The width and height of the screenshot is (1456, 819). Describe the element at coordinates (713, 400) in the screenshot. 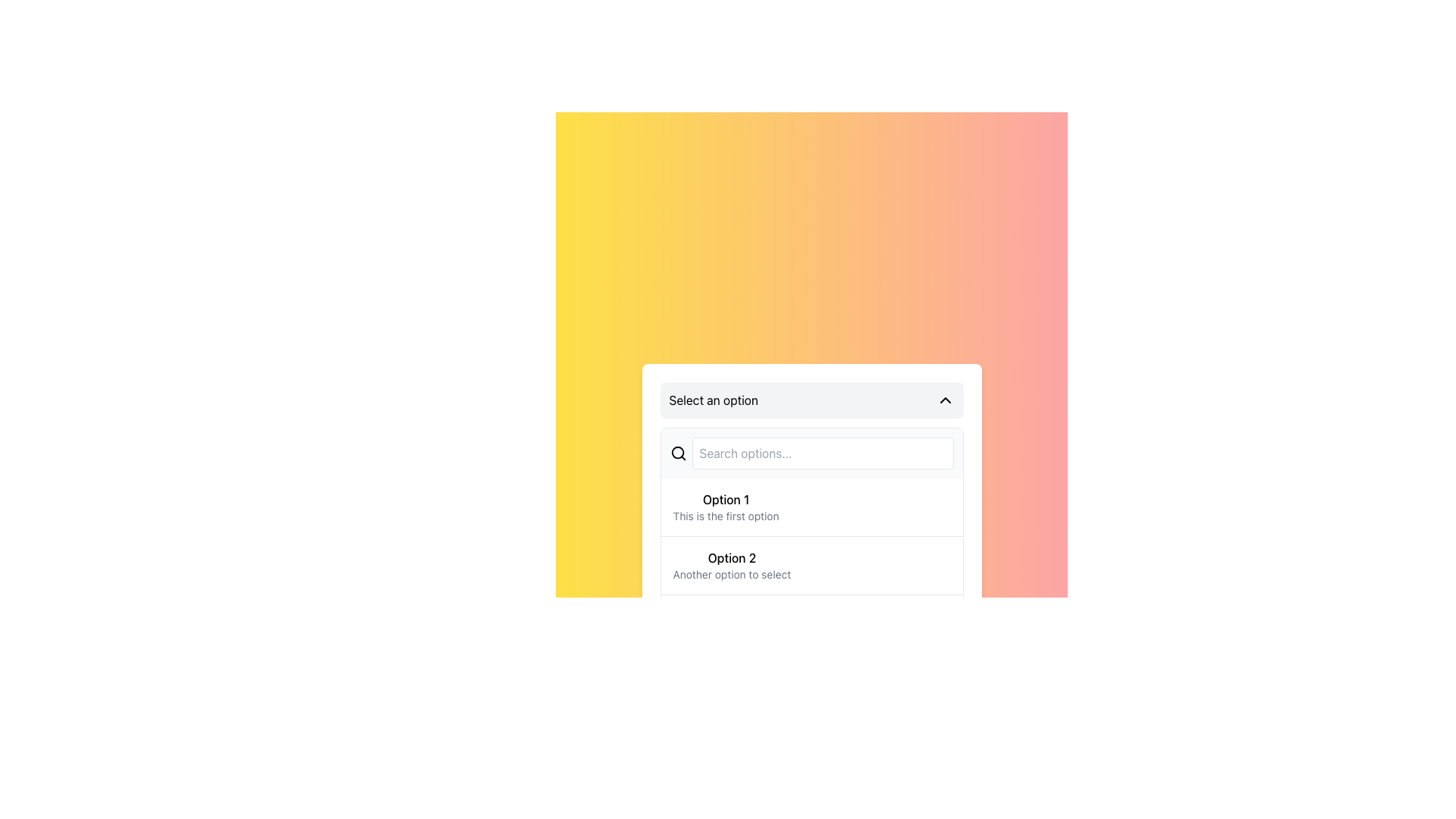

I see `the Text Label that indicates the dropdown menu's purpose, showing instructions such as 'Select an option'` at that location.